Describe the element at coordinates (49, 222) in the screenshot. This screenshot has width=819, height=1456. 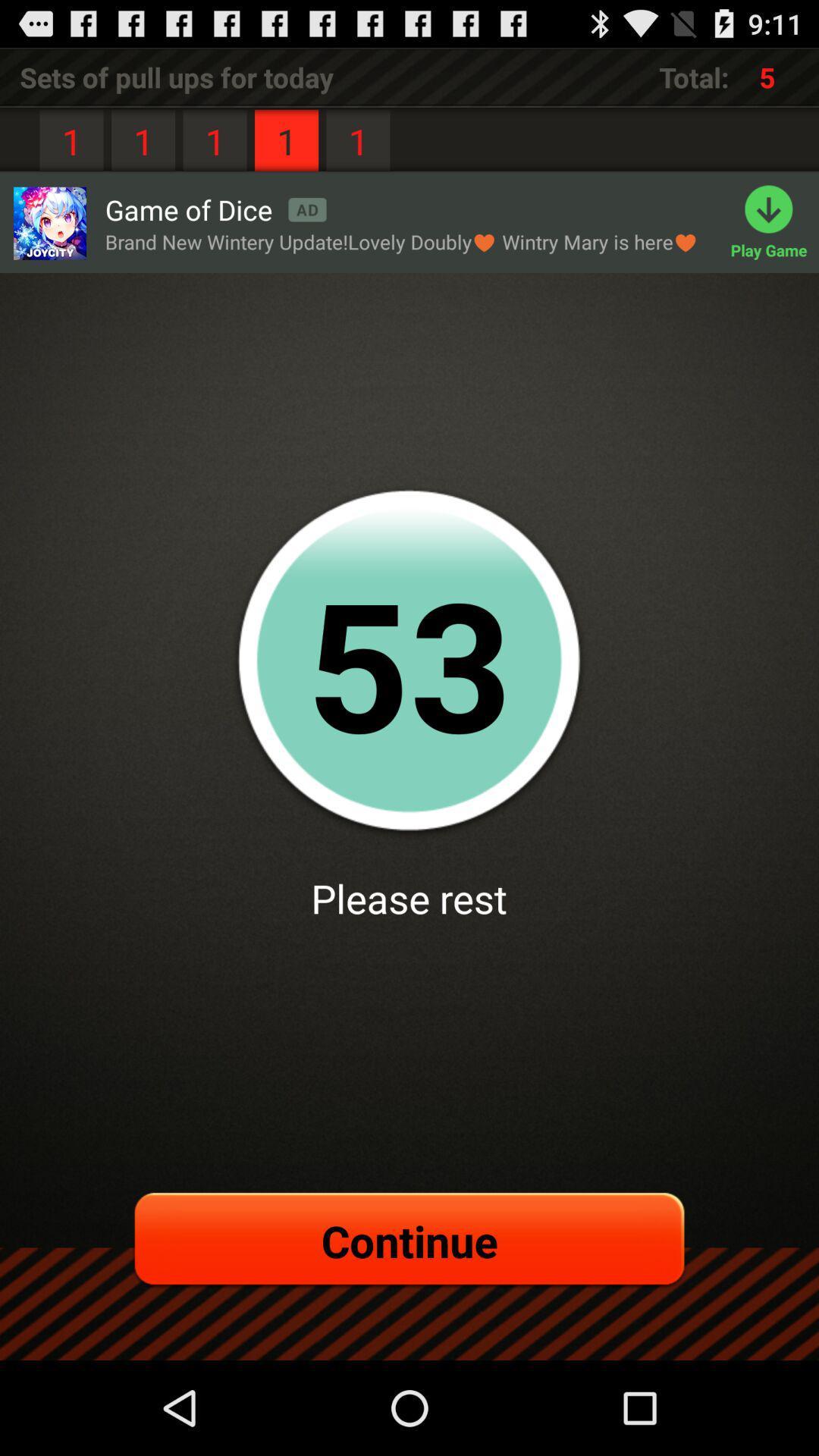
I see `advertising link that go to a different app` at that location.